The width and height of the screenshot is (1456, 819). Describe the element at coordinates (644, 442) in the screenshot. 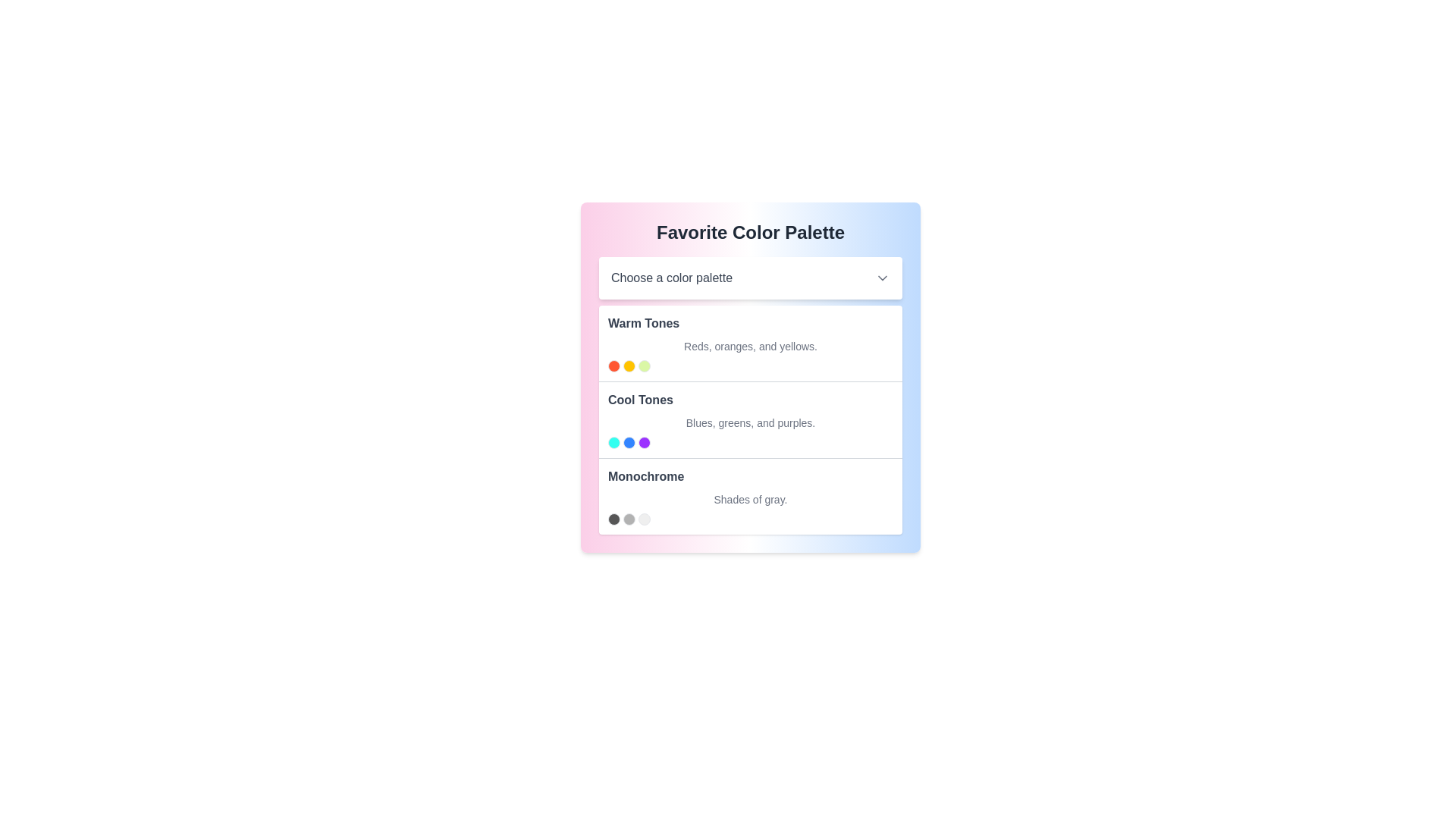

I see `the third circular visual indicator with a solid purple fill located in the 'Cool Tones' section of the interface` at that location.